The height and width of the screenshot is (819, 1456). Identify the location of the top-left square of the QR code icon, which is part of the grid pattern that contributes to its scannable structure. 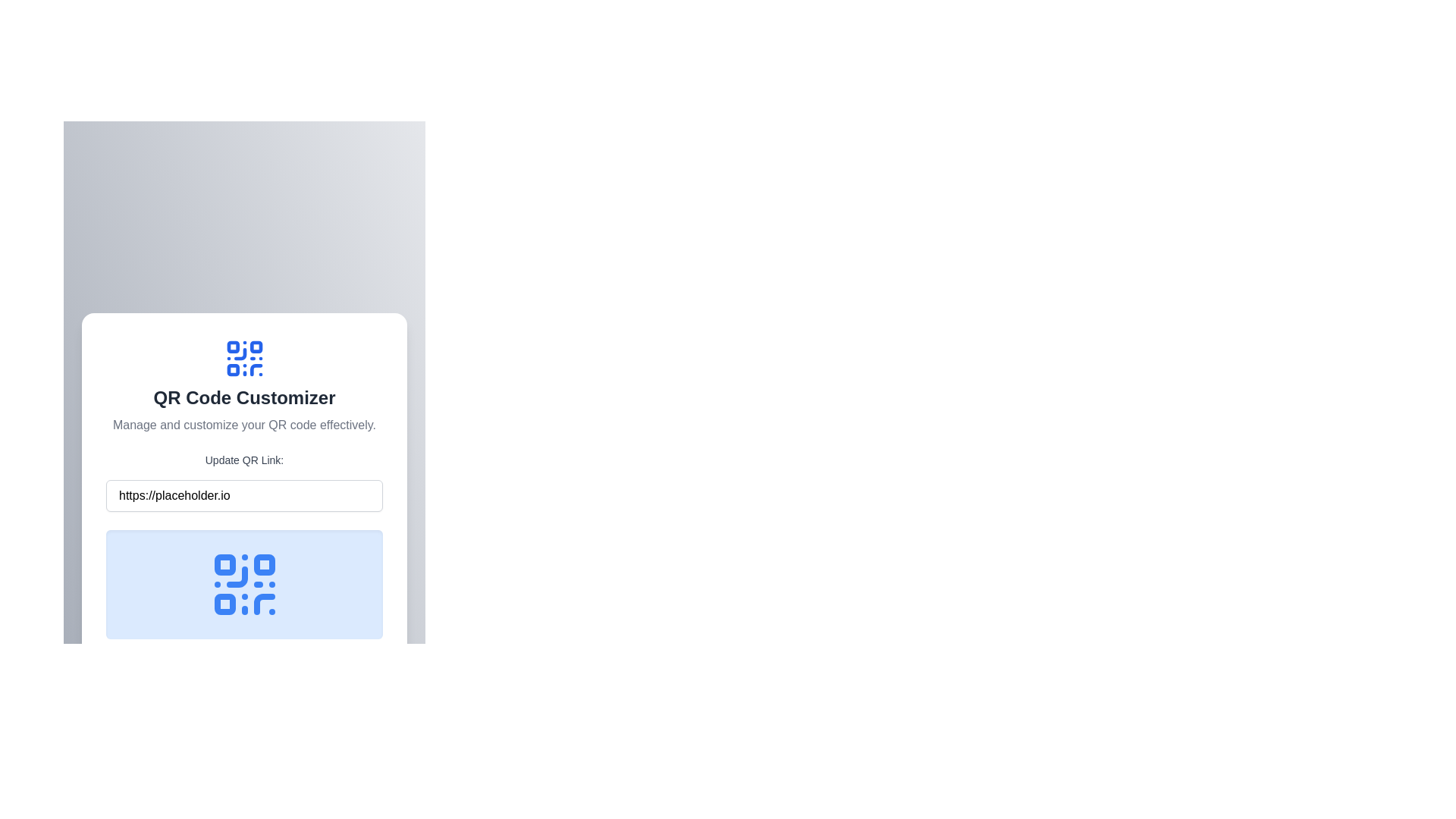
(224, 564).